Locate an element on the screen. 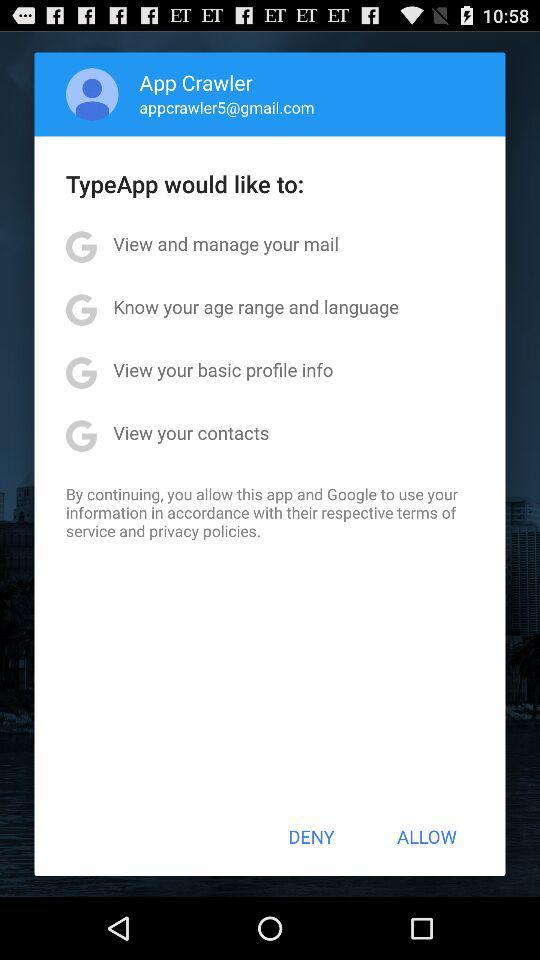  the appcrawler5@gmail.com app is located at coordinates (226, 107).